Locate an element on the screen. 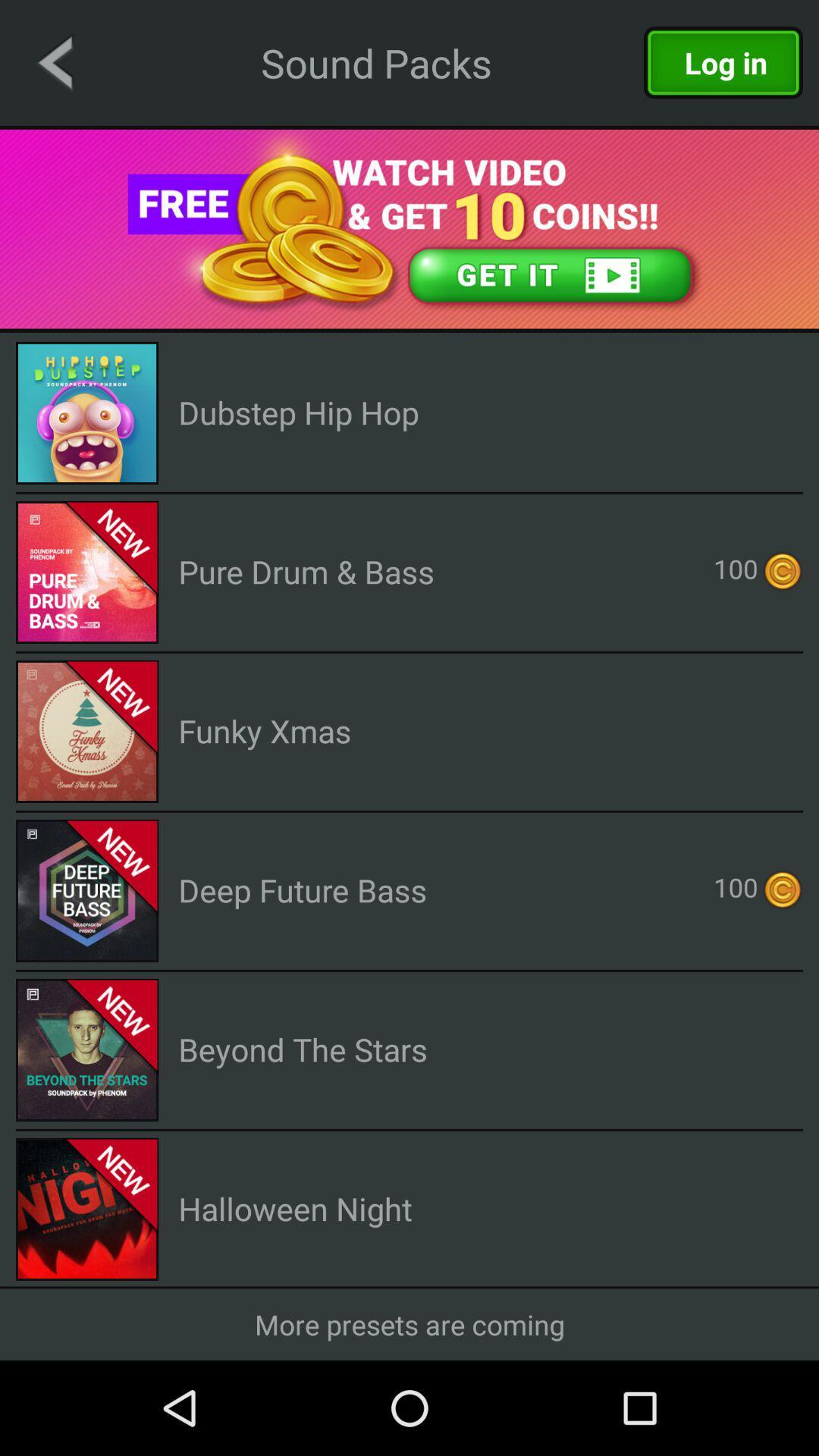  the item next to 100 icon is located at coordinates (303, 890).